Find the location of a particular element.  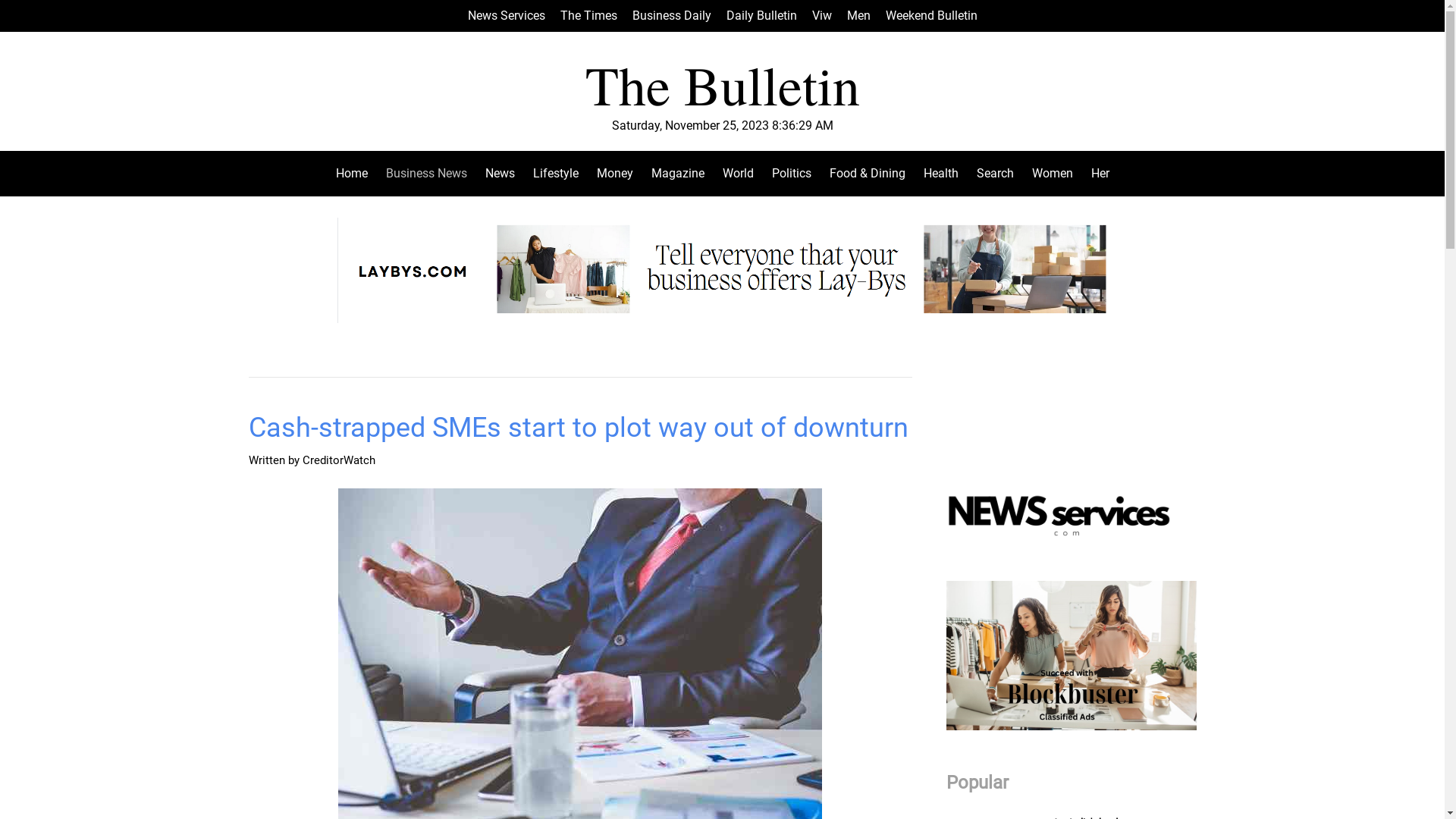

'The Times' is located at coordinates (587, 15).